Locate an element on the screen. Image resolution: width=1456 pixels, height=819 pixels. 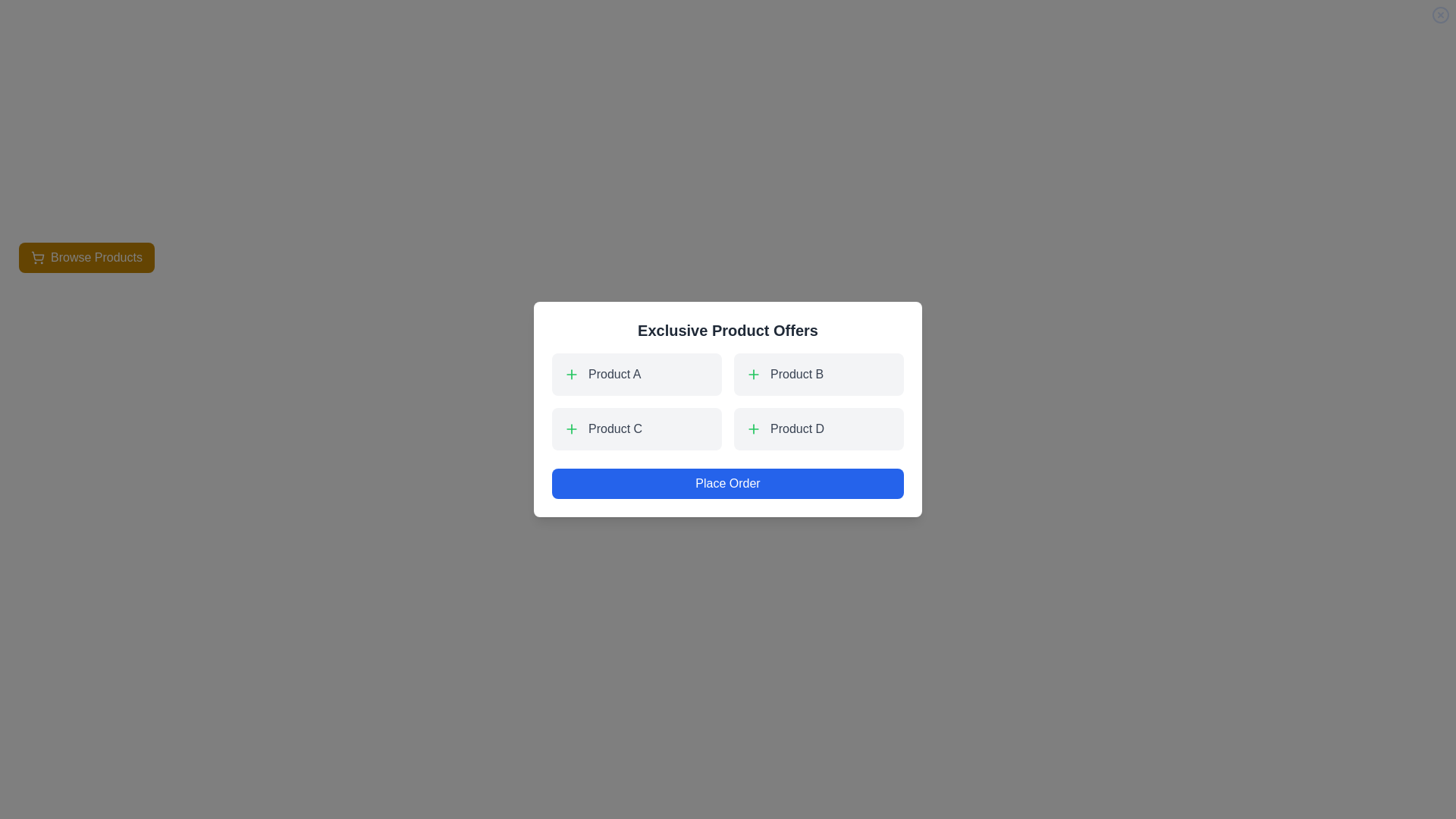
the blue rectangular button labeled 'Place Order' to change its background color to a darker blue is located at coordinates (728, 483).